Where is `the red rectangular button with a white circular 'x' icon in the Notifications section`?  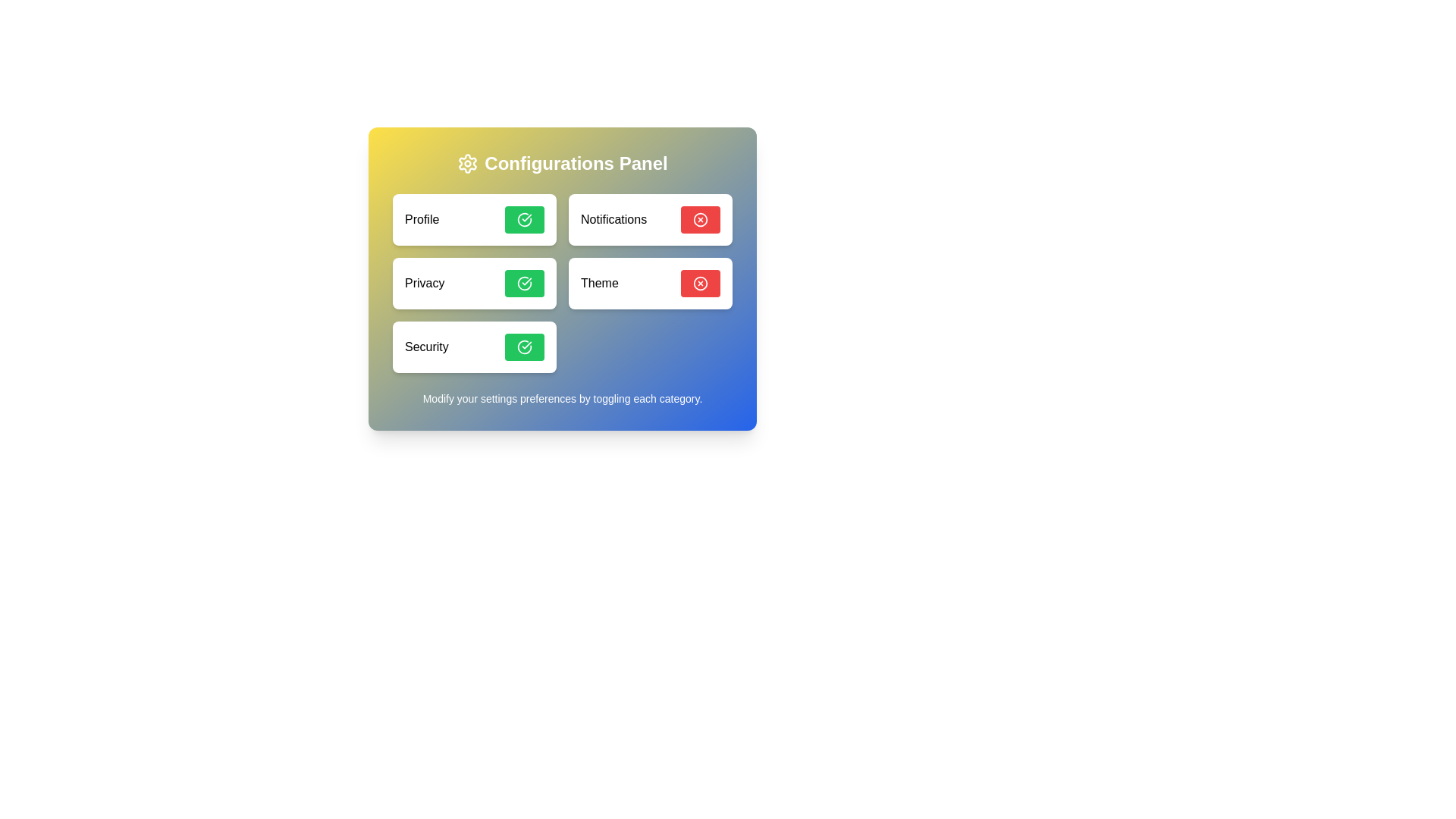
the red rectangular button with a white circular 'x' icon in the Notifications section is located at coordinates (700, 219).